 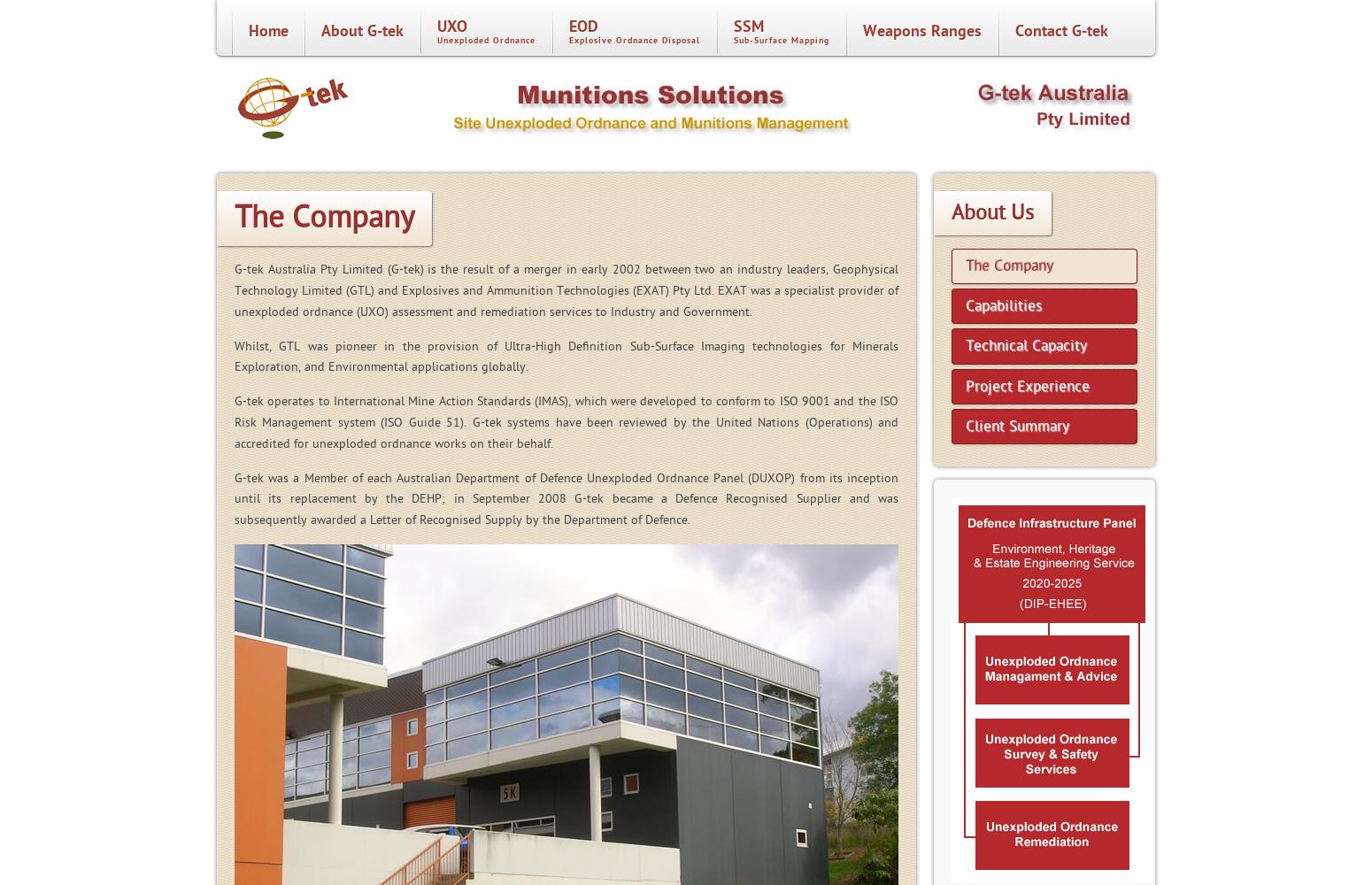 I want to click on 'Whilst, GTL was pioneer in the provision of Ultra-High Definition Sub-Surface Imaging technologies for Minerals Exploration, and Environmental applications globally.', so click(x=565, y=356).